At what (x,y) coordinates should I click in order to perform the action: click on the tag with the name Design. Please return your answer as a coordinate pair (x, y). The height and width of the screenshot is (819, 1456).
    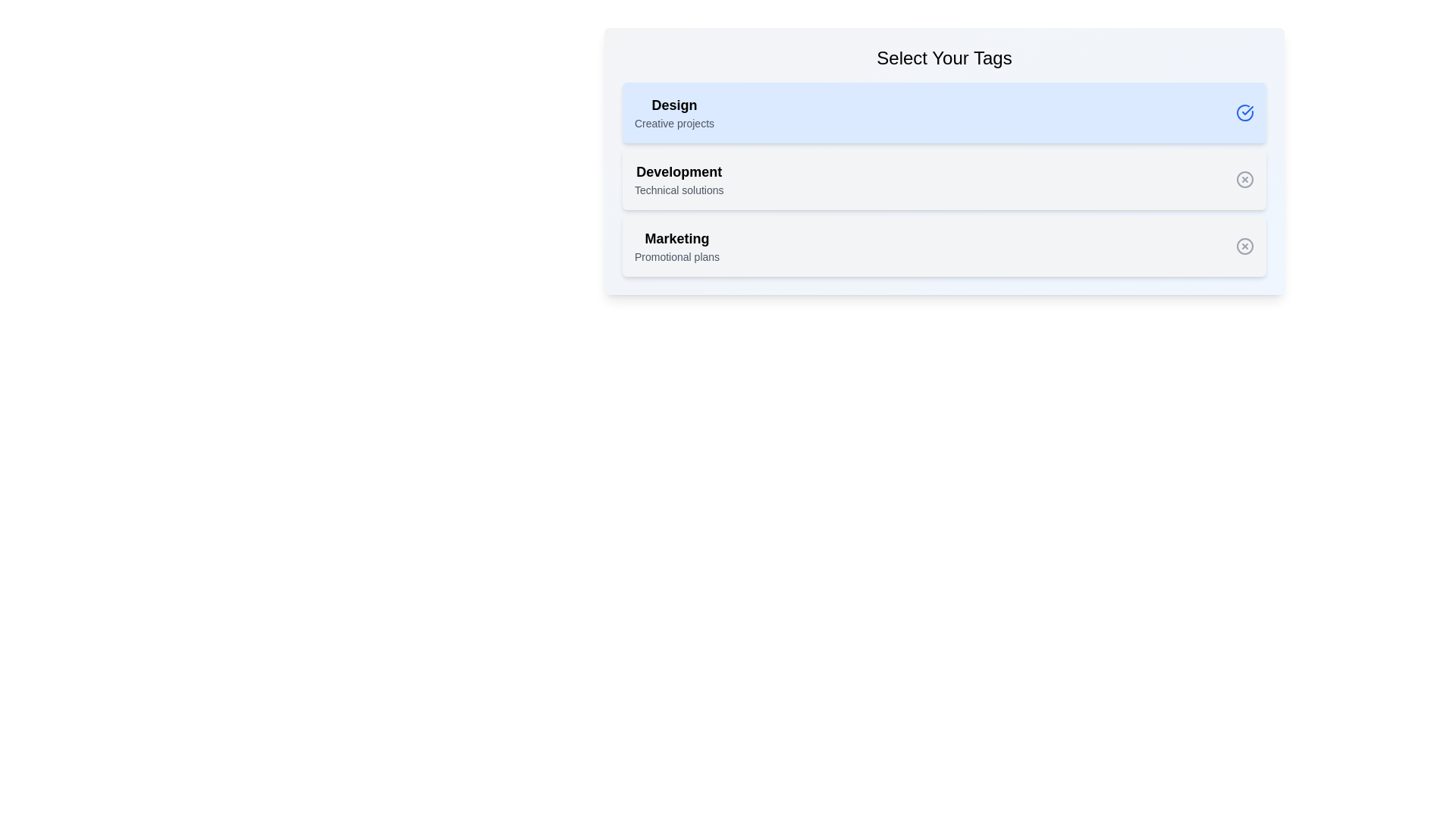
    Looking at the image, I should click on (673, 112).